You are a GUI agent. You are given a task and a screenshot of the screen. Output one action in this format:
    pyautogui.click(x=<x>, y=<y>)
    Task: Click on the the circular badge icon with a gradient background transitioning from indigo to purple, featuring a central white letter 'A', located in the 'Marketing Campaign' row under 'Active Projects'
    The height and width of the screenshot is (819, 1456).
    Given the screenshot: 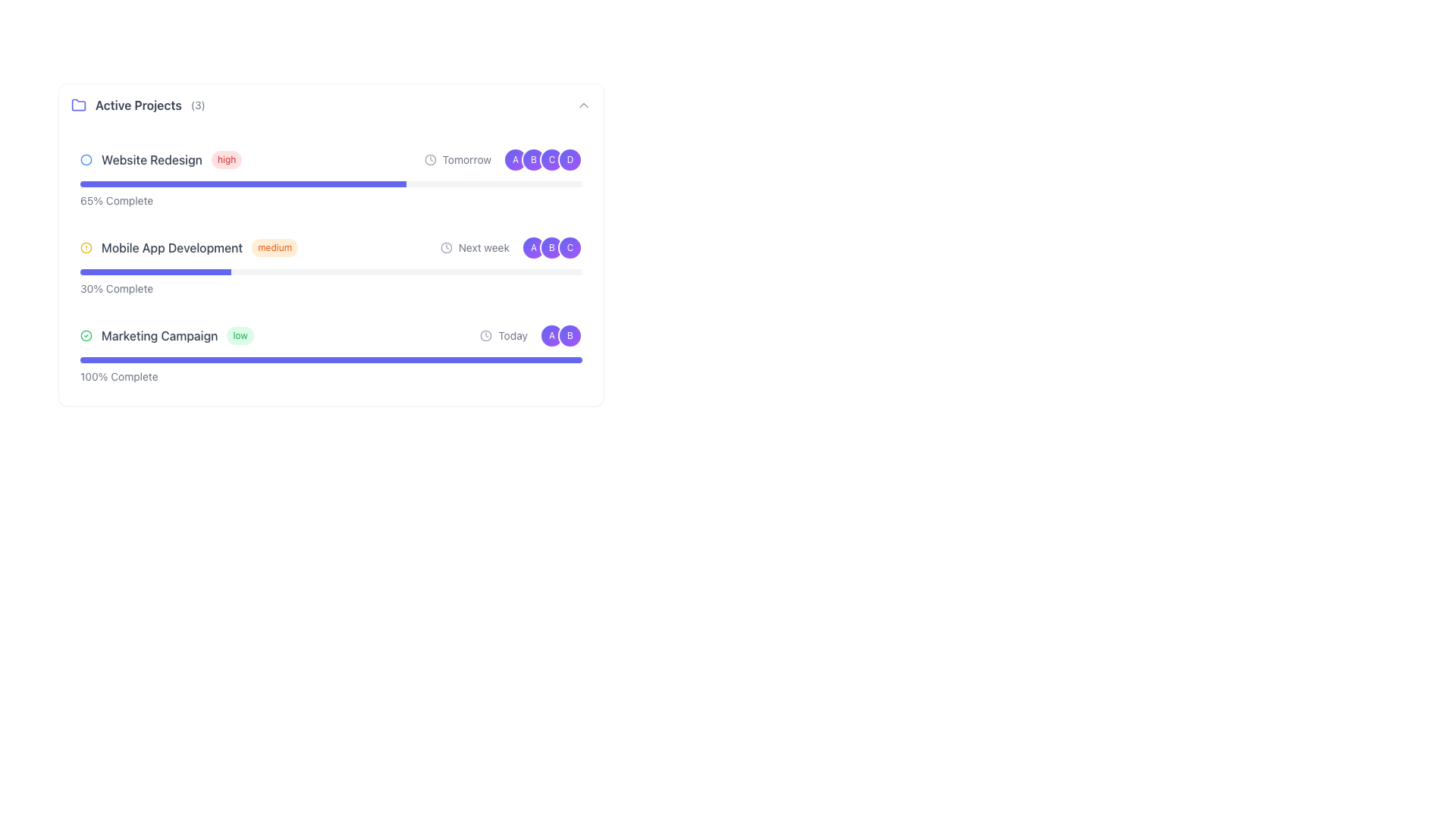 What is the action you would take?
    pyautogui.click(x=551, y=335)
    